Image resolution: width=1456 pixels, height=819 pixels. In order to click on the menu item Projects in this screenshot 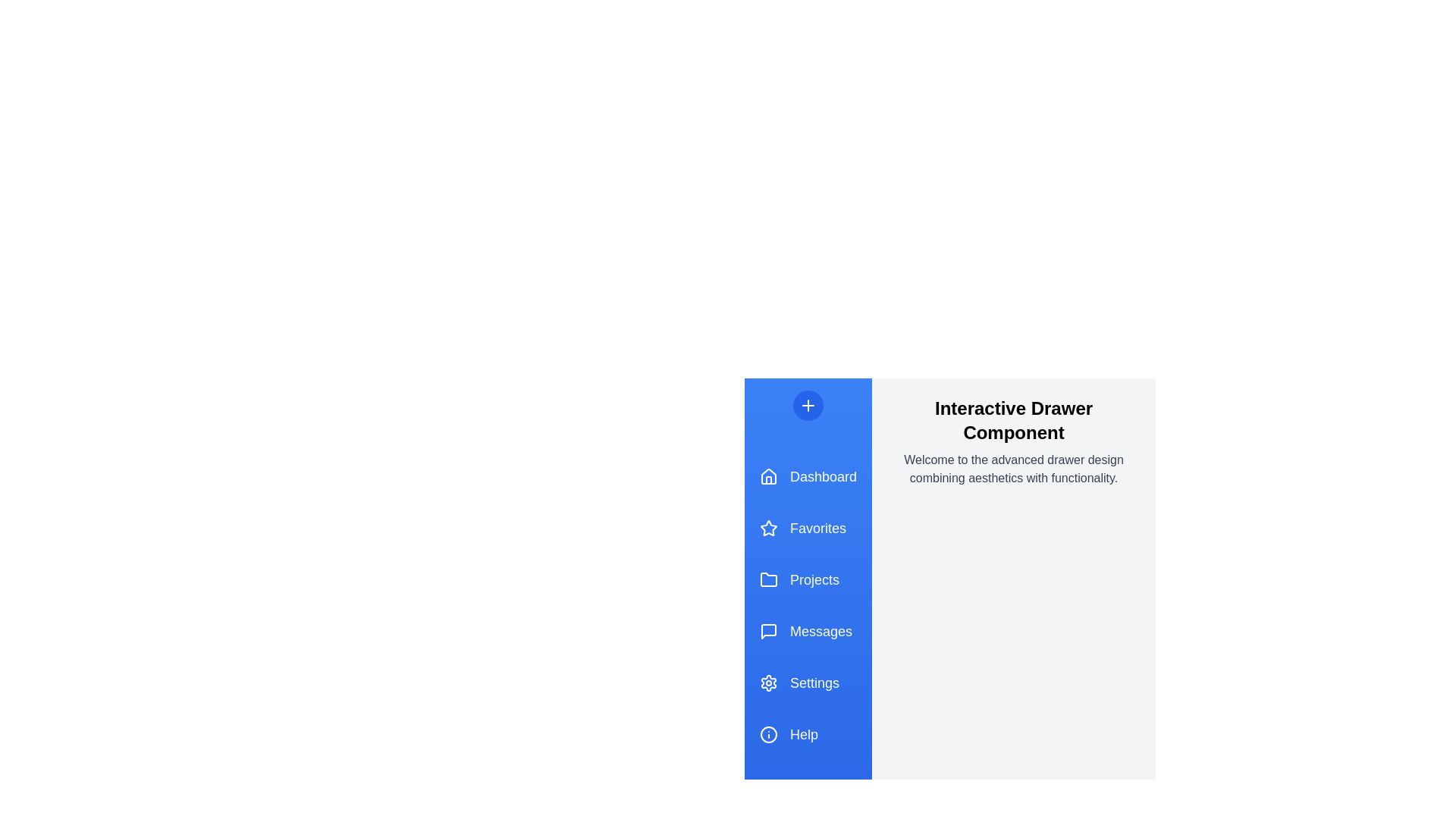, I will do `click(807, 579)`.